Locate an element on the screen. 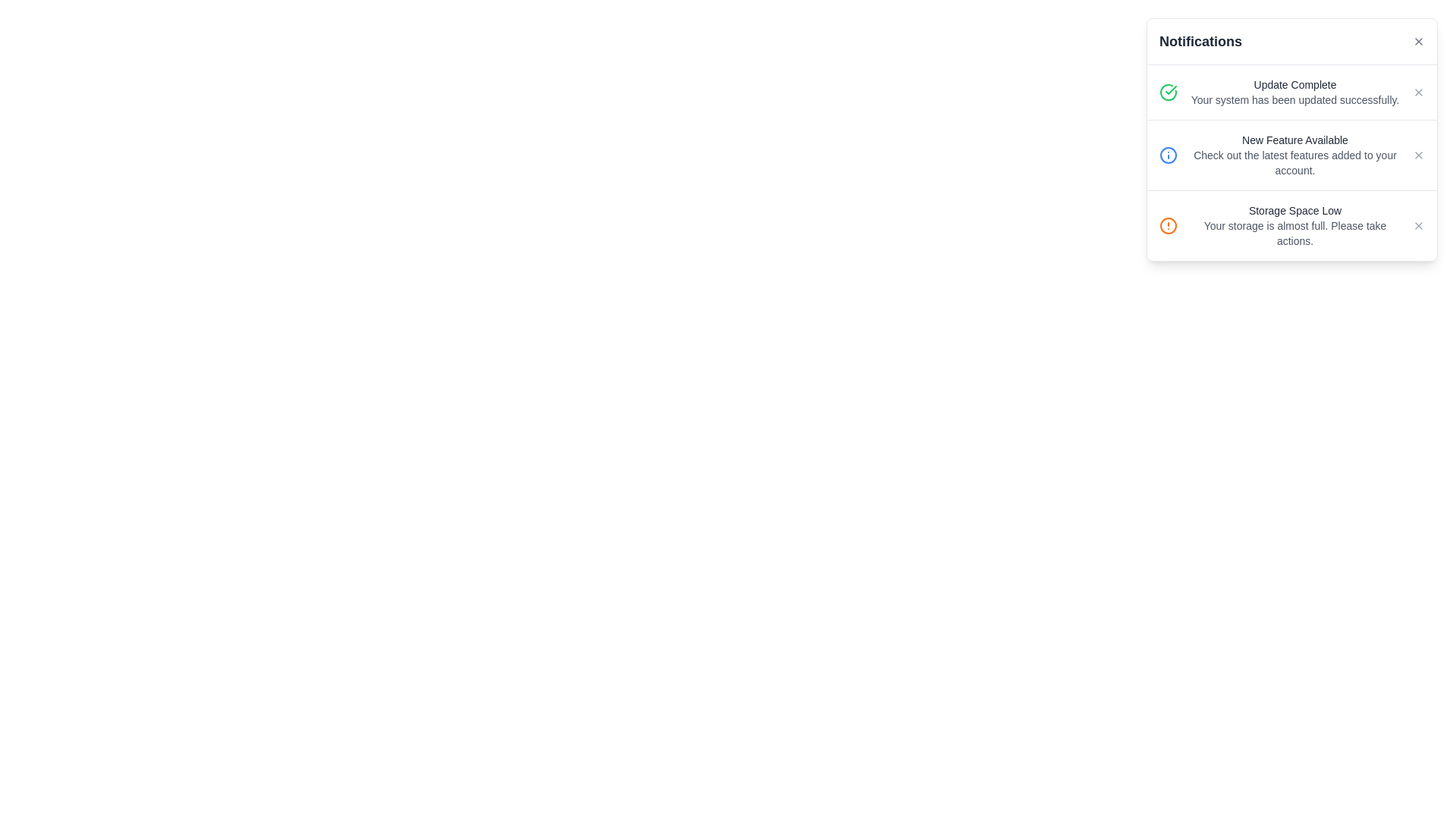 The image size is (1456, 819). the small square button with an 'X' icon located at the top-right corner of the first notification message in the notifications panel is located at coordinates (1418, 93).